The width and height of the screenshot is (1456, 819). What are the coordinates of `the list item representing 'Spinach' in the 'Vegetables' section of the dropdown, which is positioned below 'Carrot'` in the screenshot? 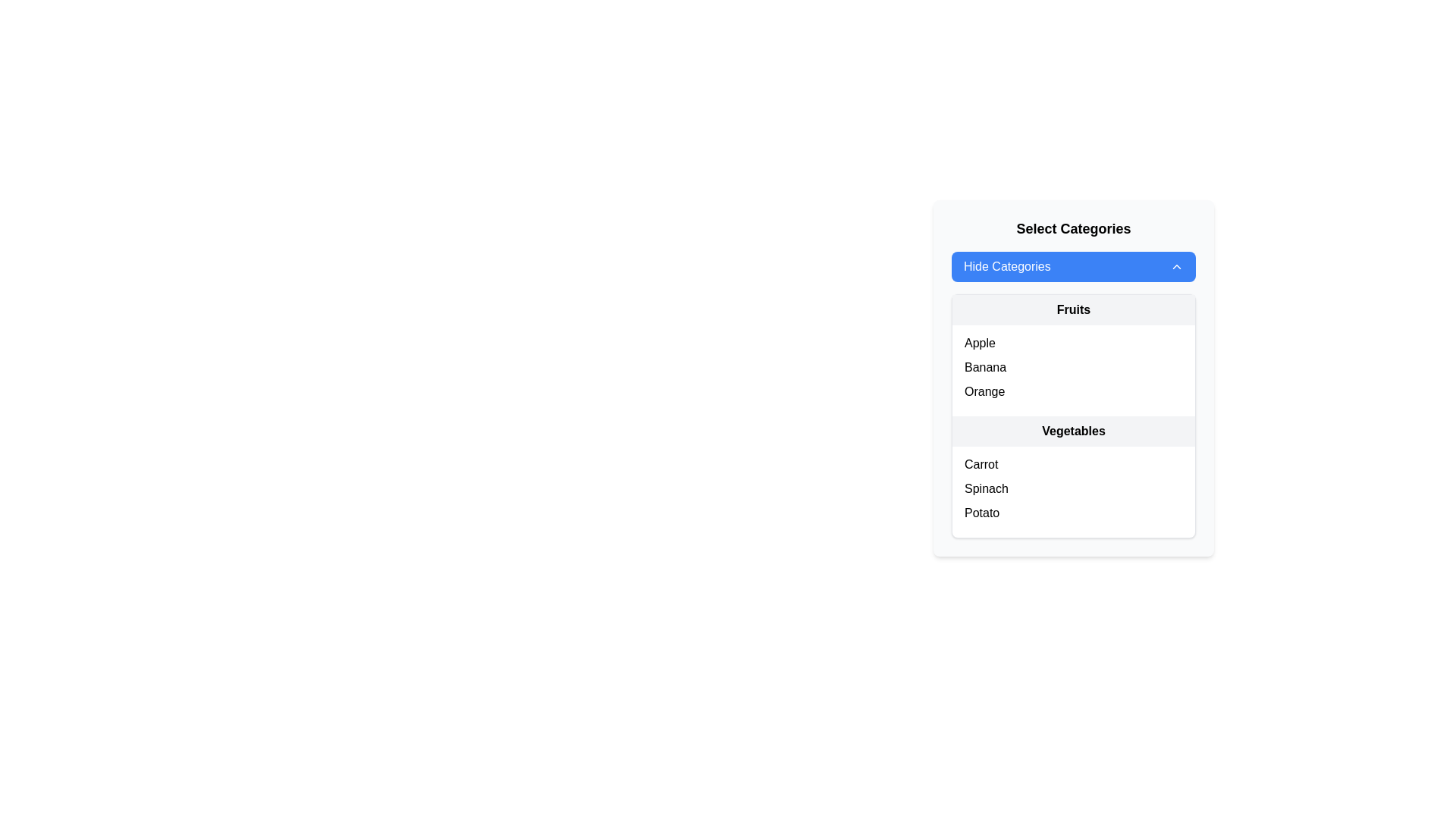 It's located at (1073, 488).